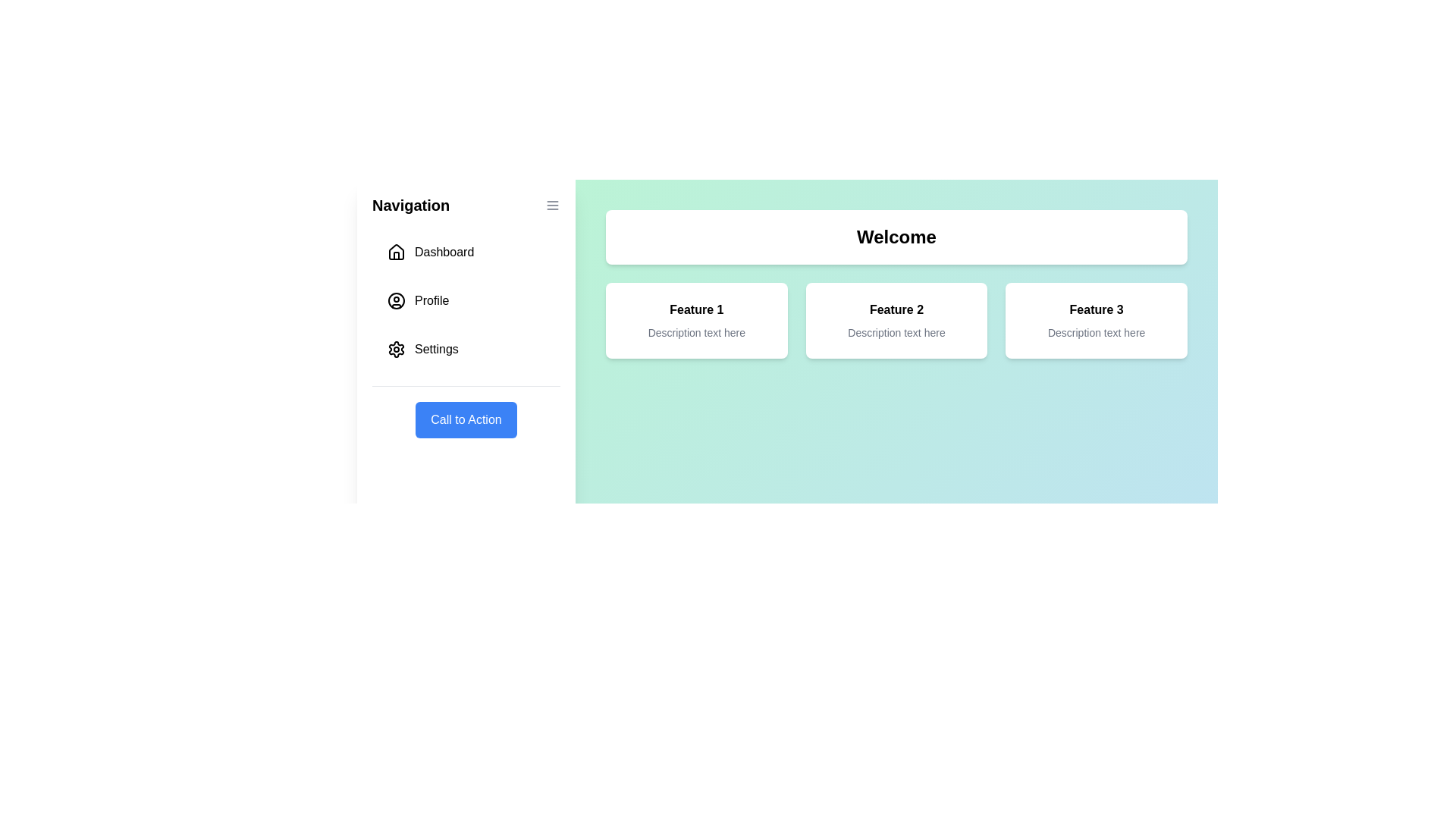  Describe the element at coordinates (1097, 320) in the screenshot. I see `the feature card labeled Feature 3` at that location.